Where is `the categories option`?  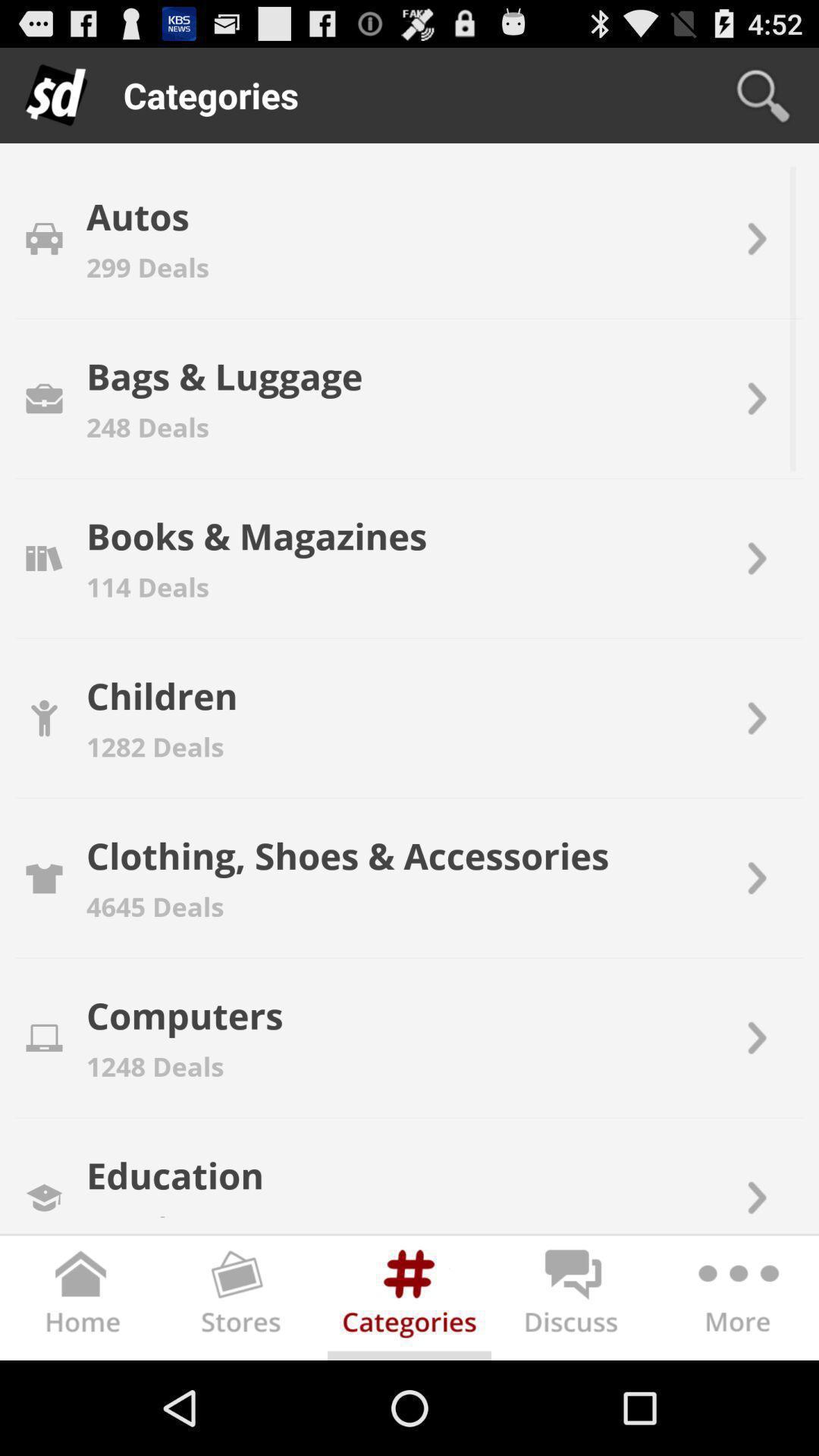
the categories option is located at coordinates (409, 1301).